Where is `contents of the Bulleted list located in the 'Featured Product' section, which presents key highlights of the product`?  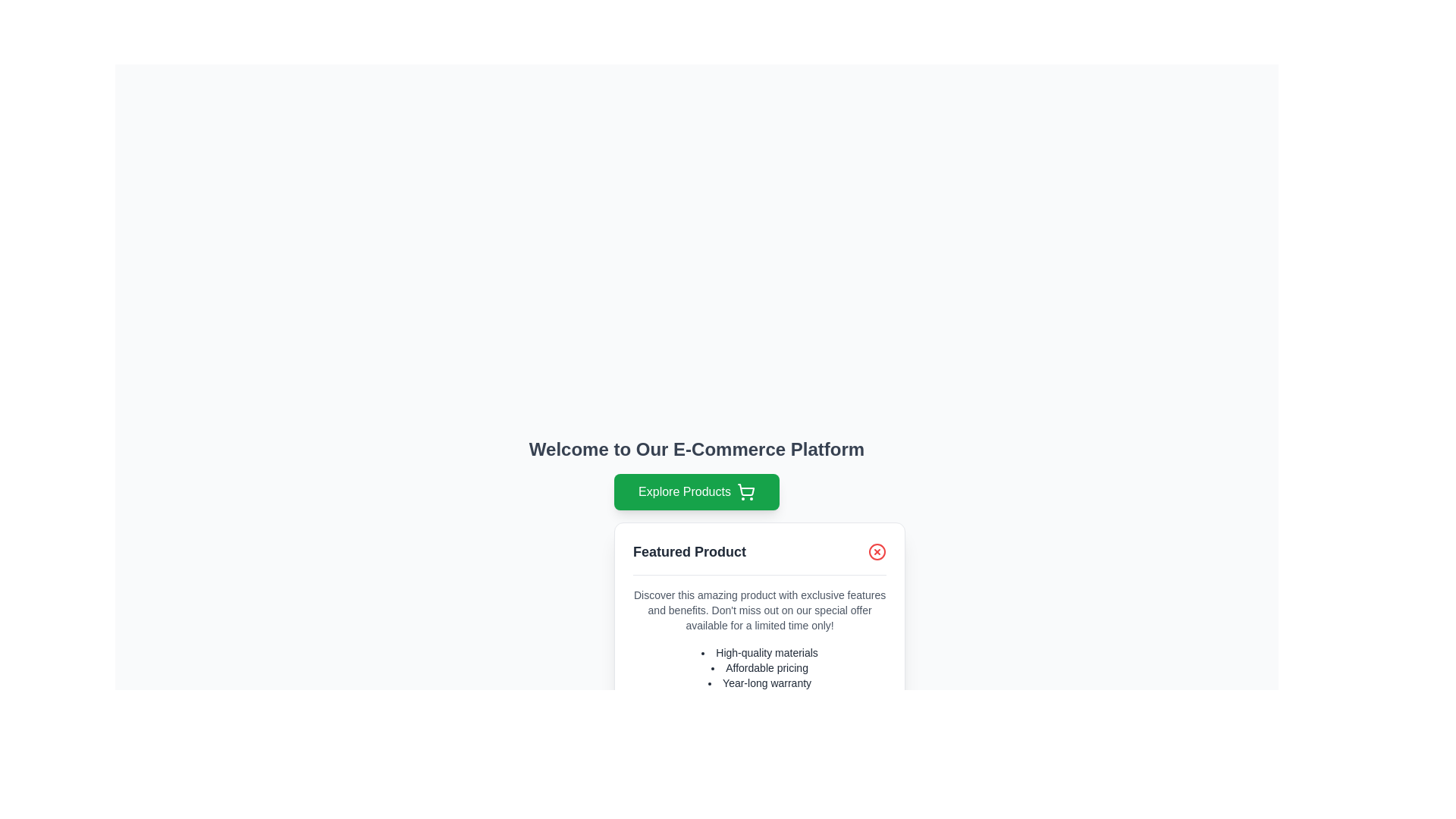
contents of the Bulleted list located in the 'Featured Product' section, which presents key highlights of the product is located at coordinates (760, 667).